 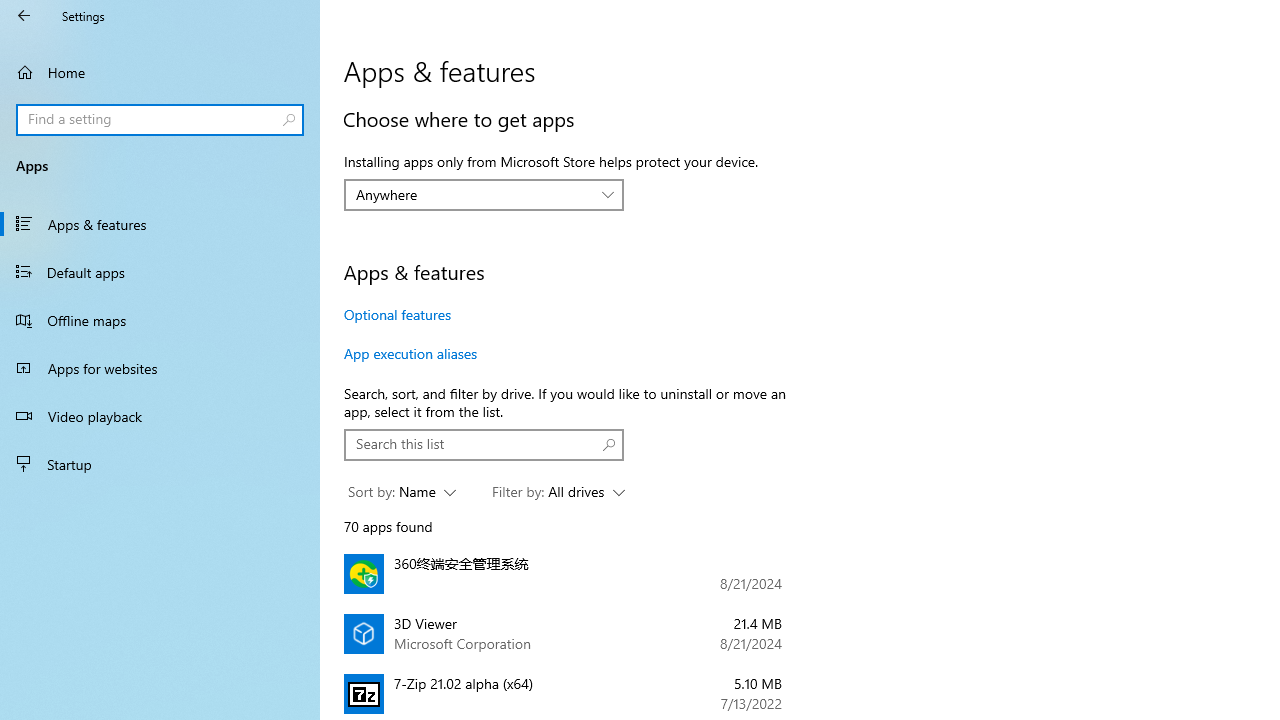 I want to click on 'Offline maps', so click(x=160, y=319).